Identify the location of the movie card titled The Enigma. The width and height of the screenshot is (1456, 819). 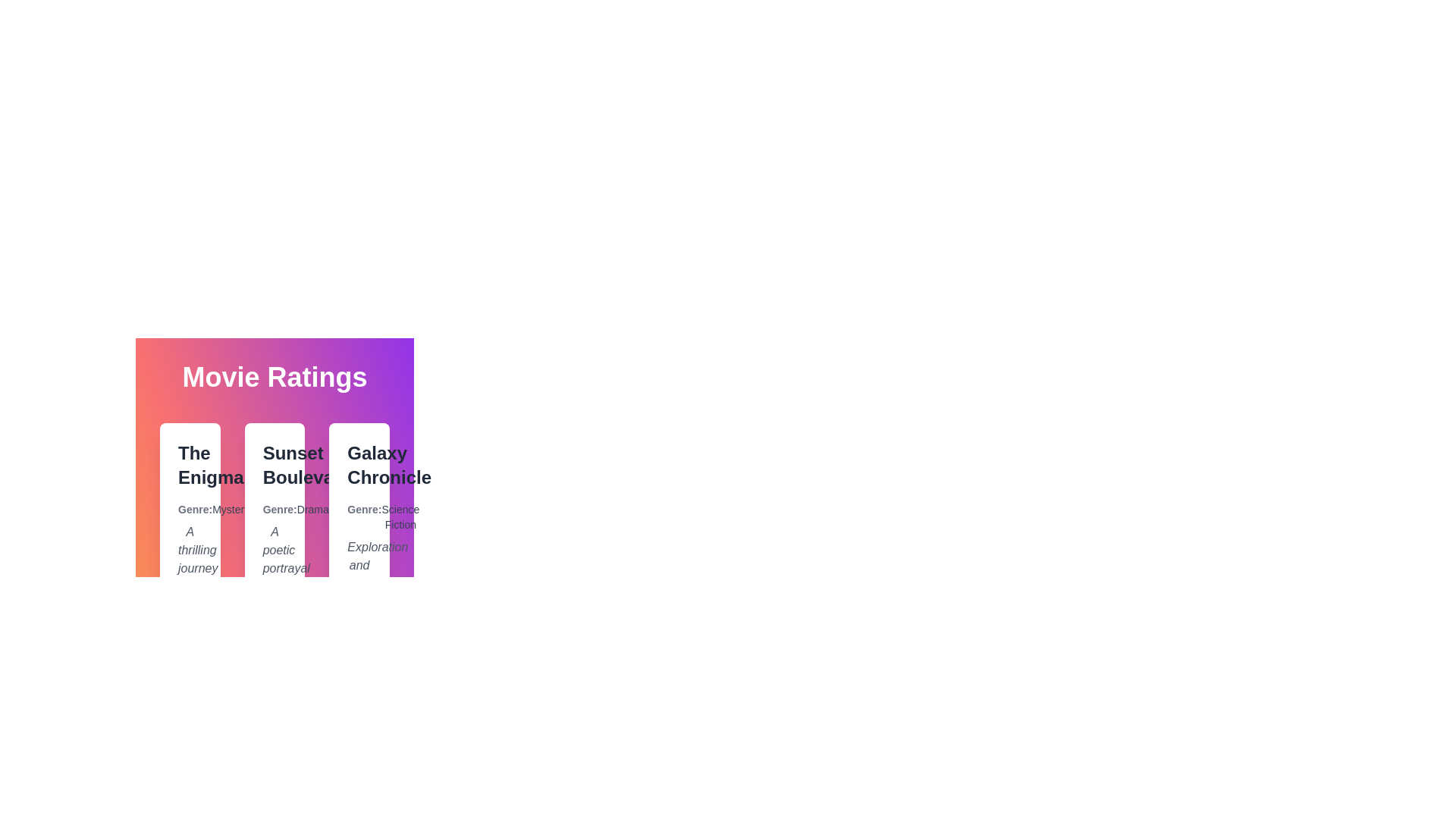
(188, 567).